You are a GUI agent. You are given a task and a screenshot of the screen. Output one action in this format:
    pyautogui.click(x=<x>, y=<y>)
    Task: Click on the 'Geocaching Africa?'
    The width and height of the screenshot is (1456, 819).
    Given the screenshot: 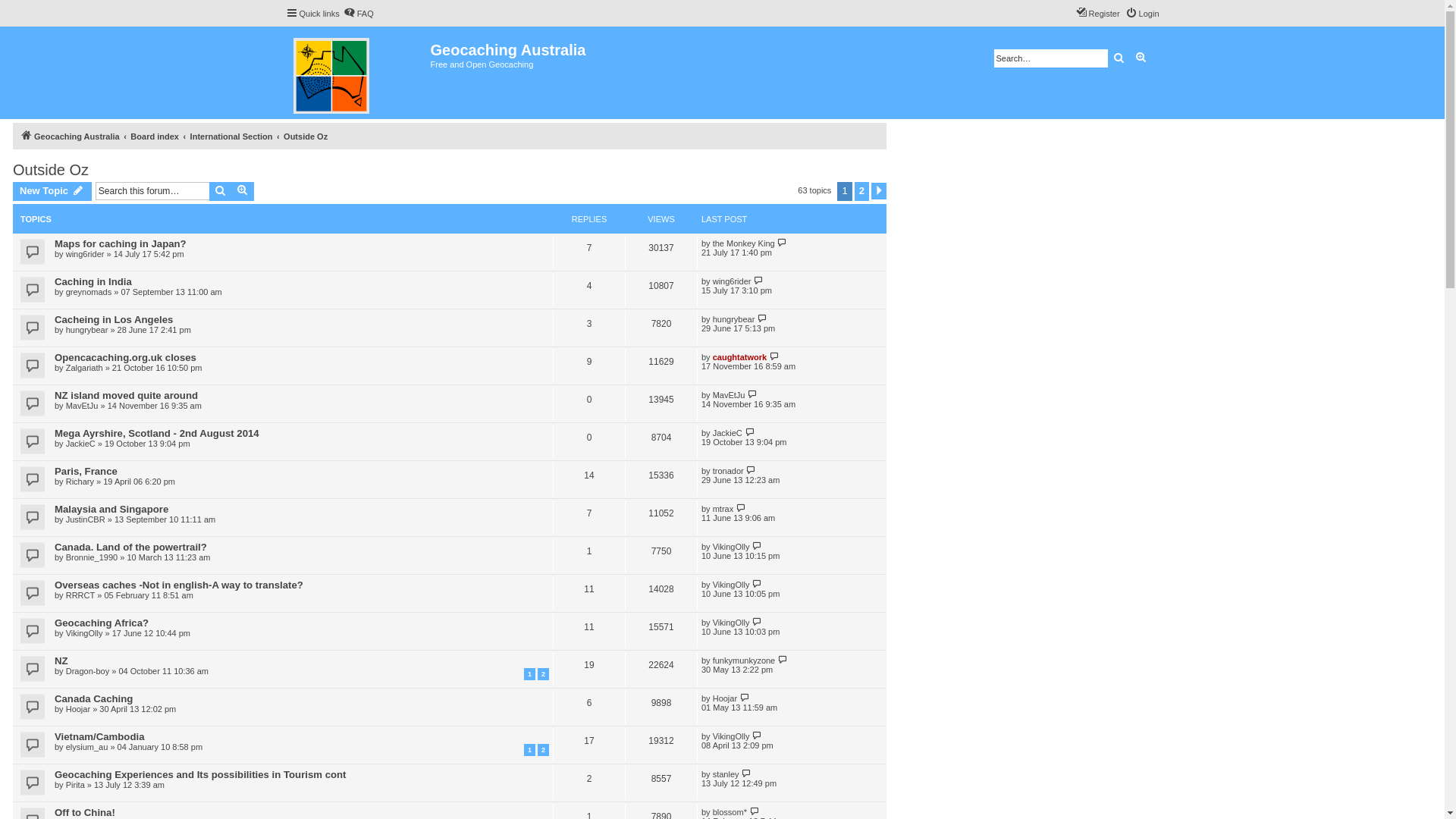 What is the action you would take?
    pyautogui.click(x=101, y=623)
    